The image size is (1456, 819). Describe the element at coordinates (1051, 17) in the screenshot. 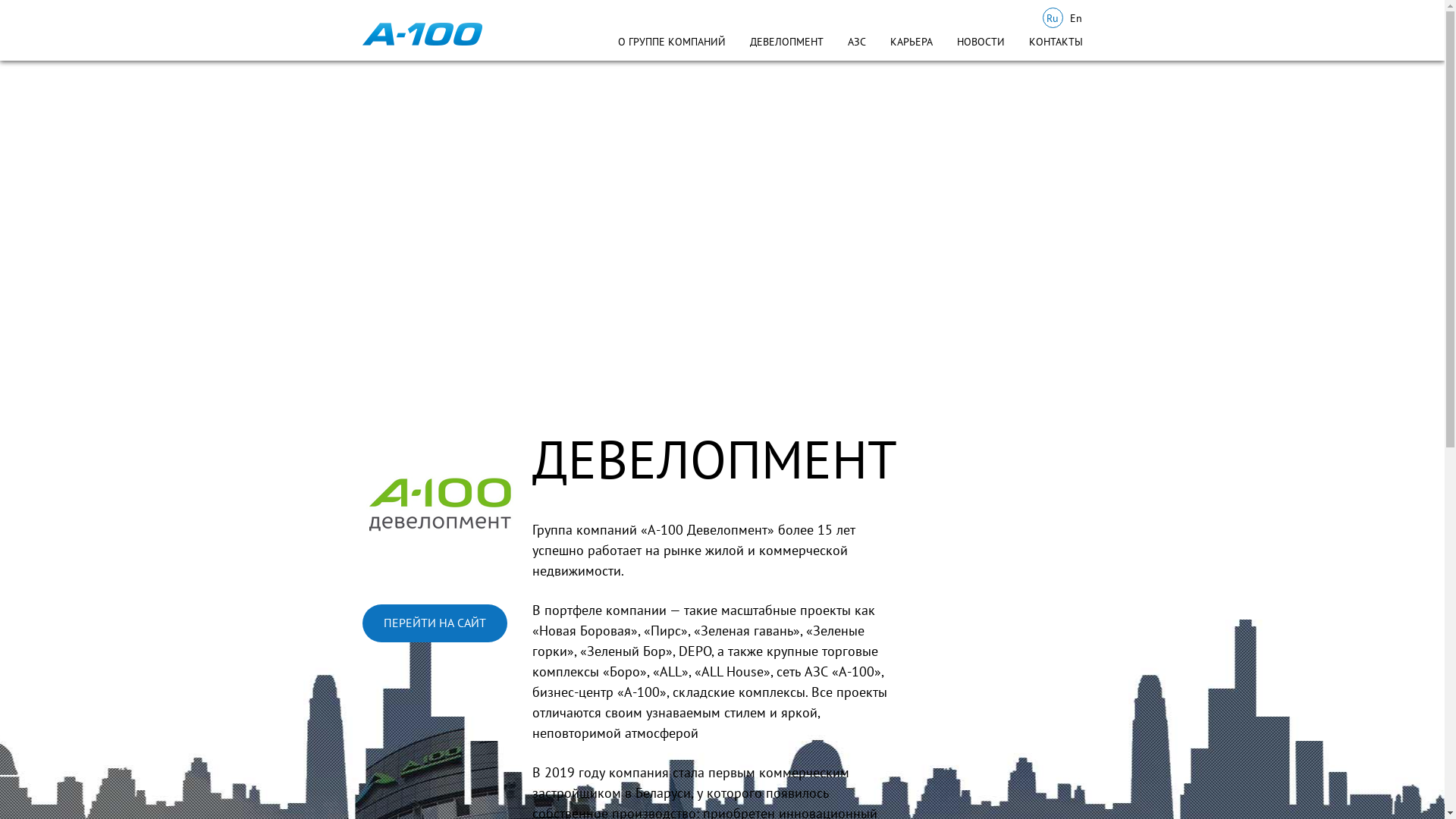

I see `'Ru'` at that location.